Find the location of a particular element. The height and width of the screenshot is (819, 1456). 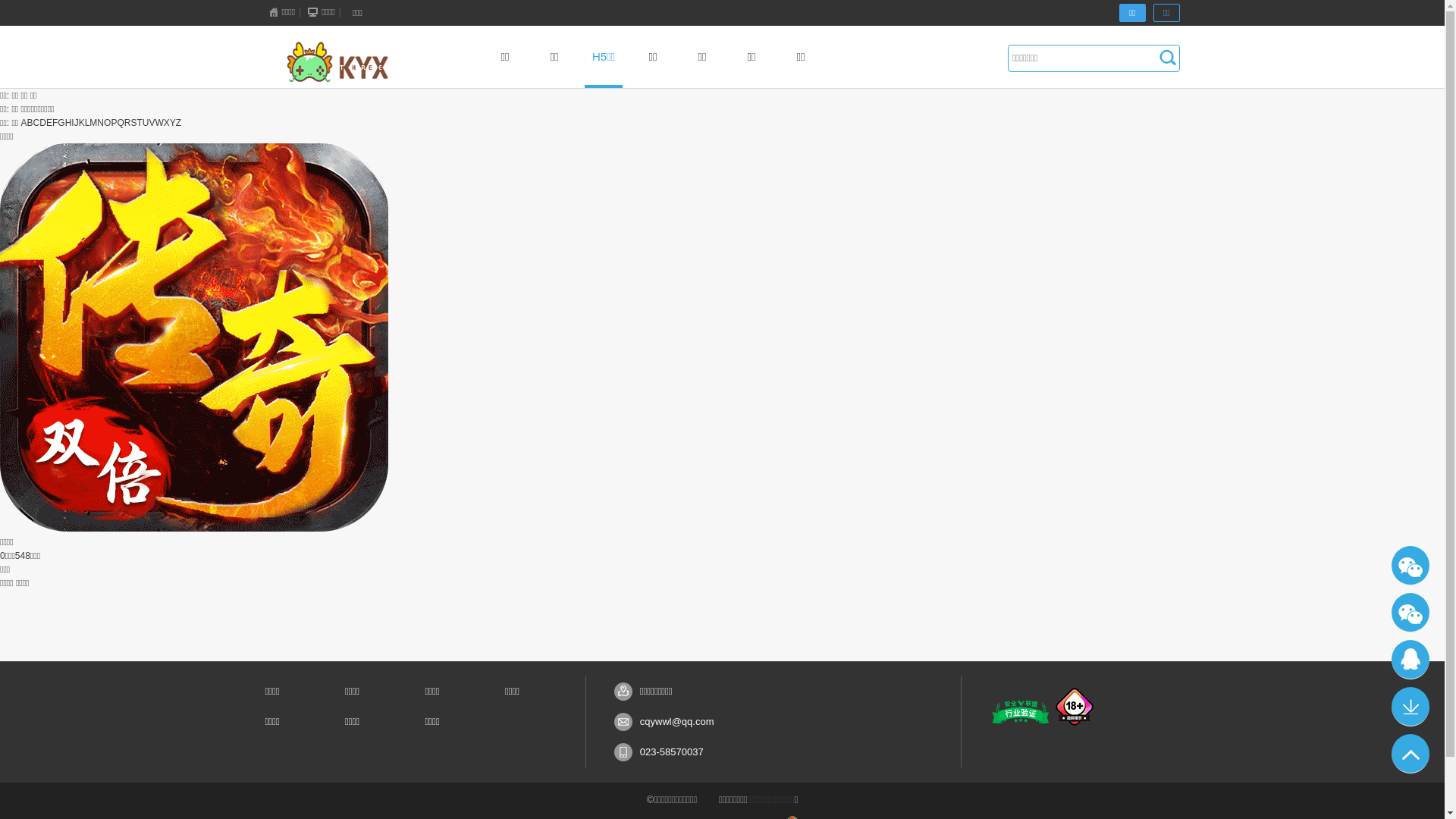

'O' is located at coordinates (106, 122).